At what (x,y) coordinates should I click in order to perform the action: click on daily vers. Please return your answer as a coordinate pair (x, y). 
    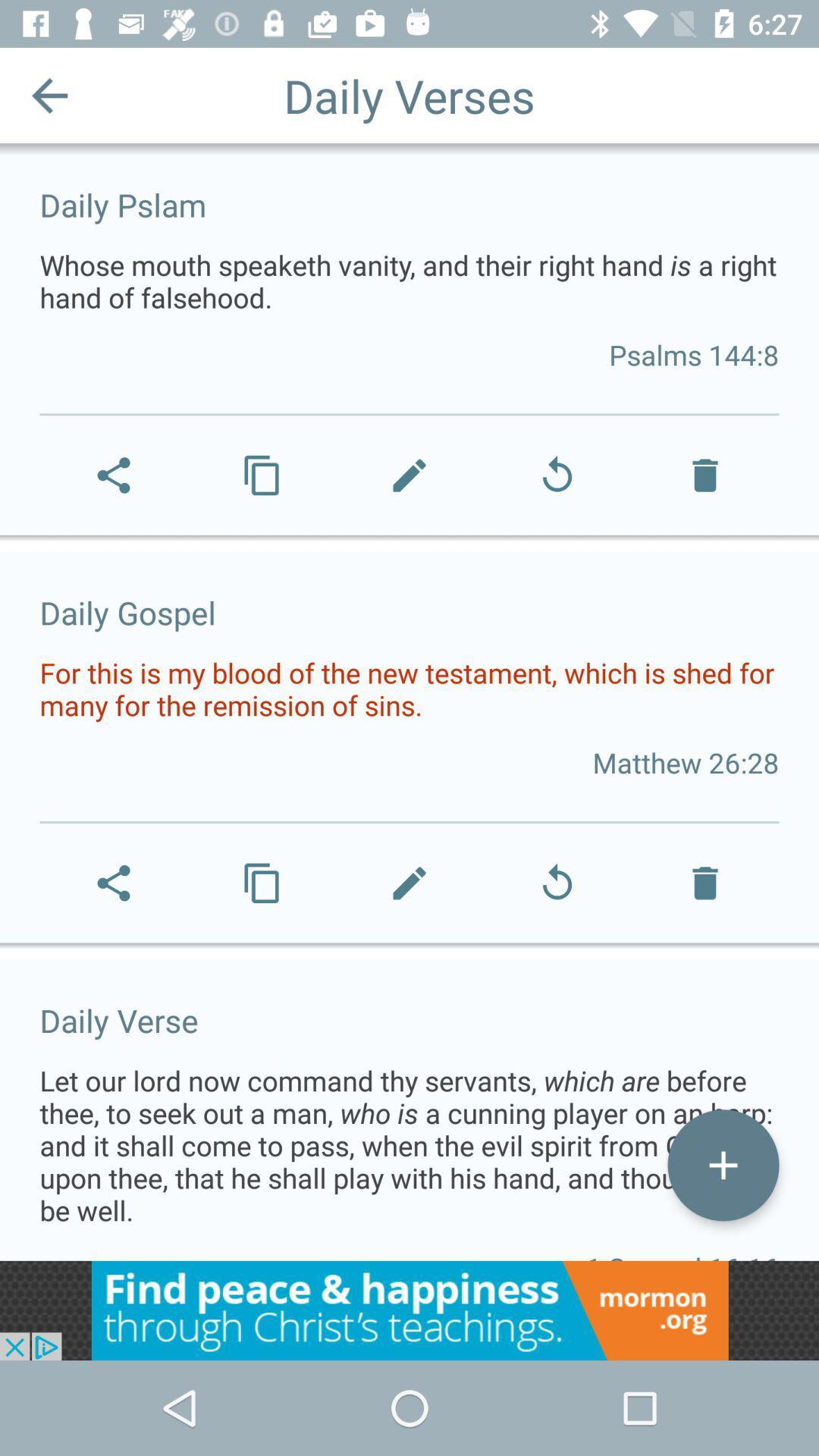
    Looking at the image, I should click on (722, 1164).